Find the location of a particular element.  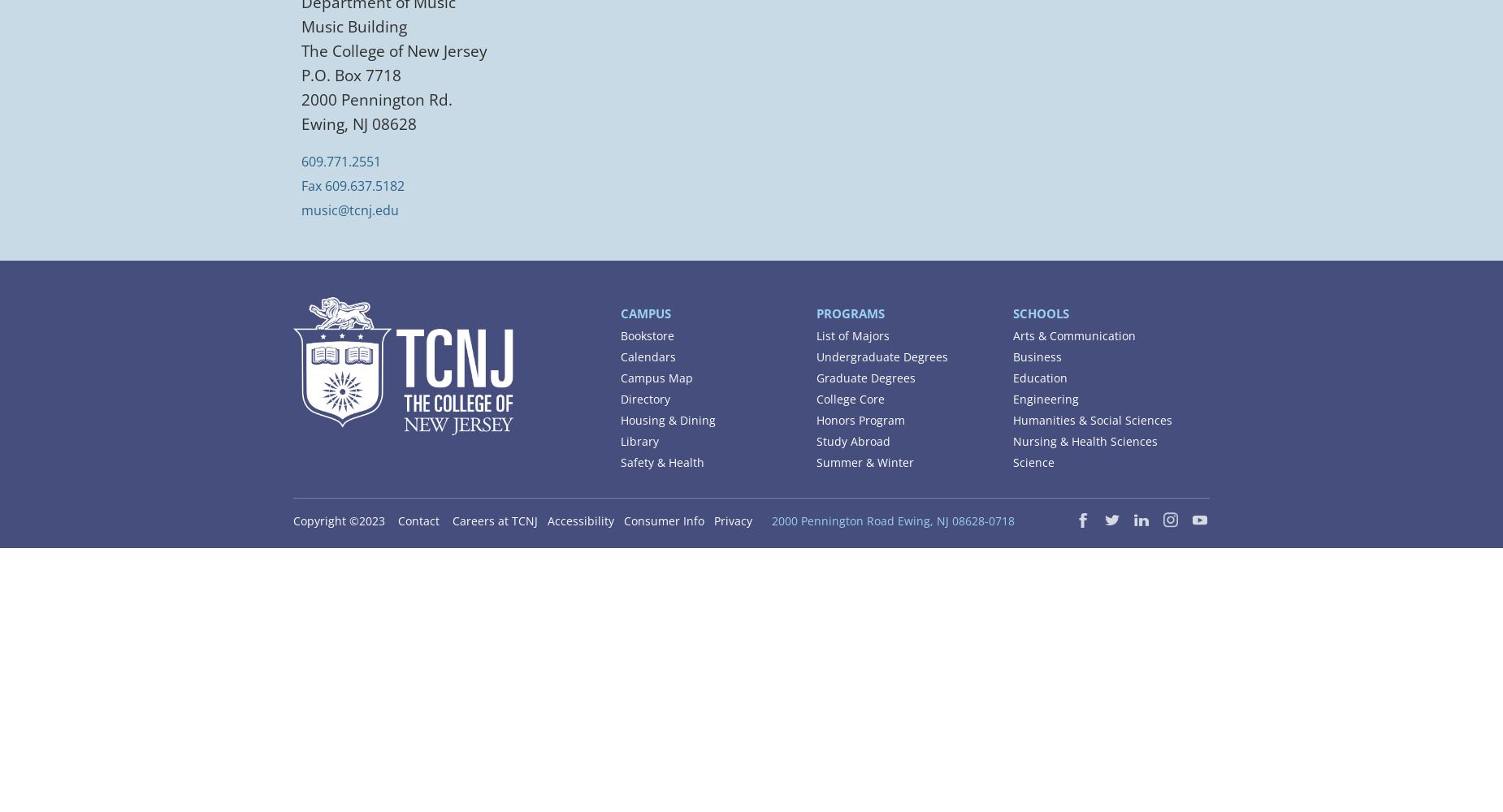

'music@tcnj.edu' is located at coordinates (349, 209).